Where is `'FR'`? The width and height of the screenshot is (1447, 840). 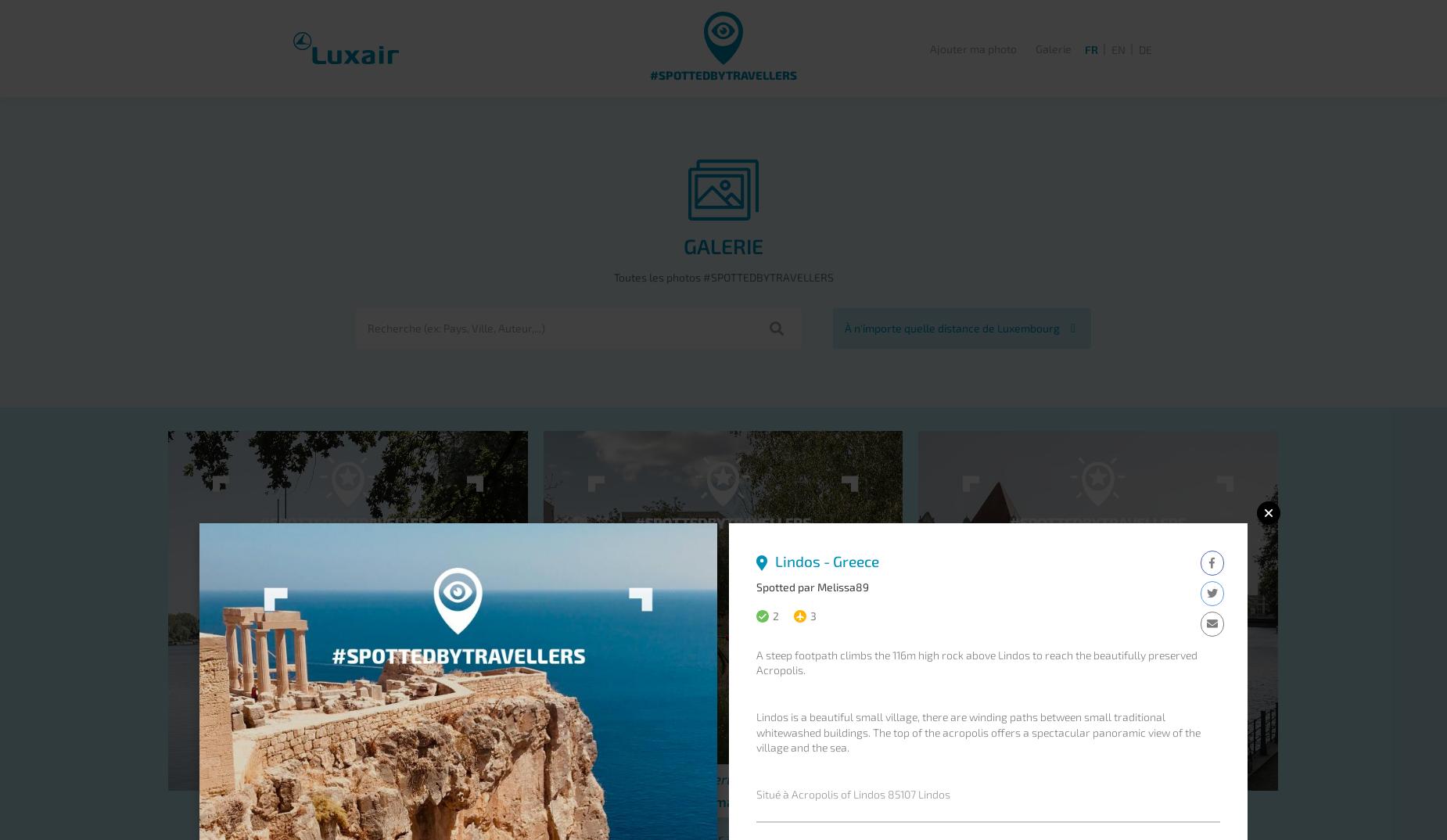 'FR' is located at coordinates (1083, 48).